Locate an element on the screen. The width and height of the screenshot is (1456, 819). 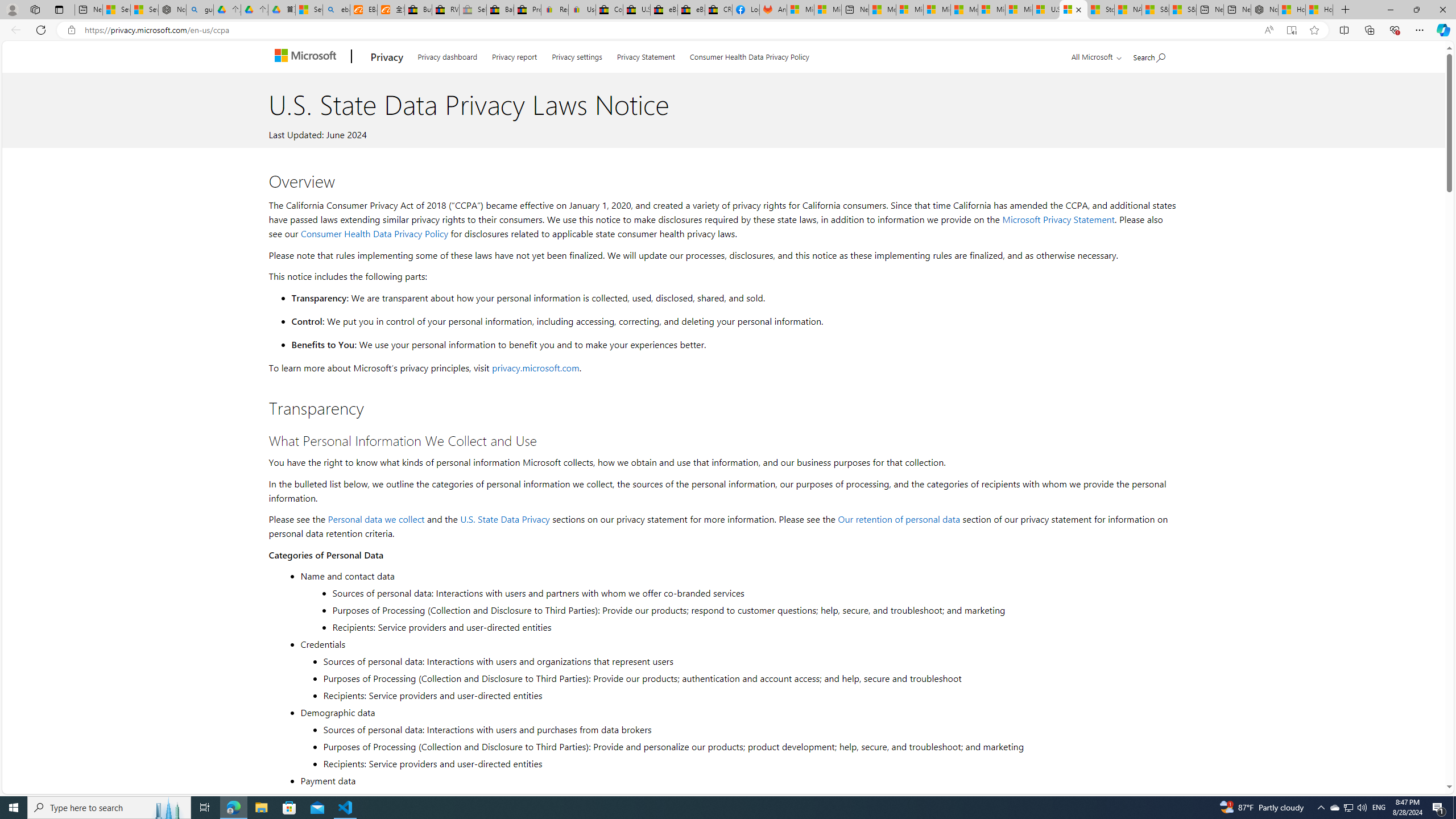
'Press Room - eBay Inc.' is located at coordinates (528, 9).